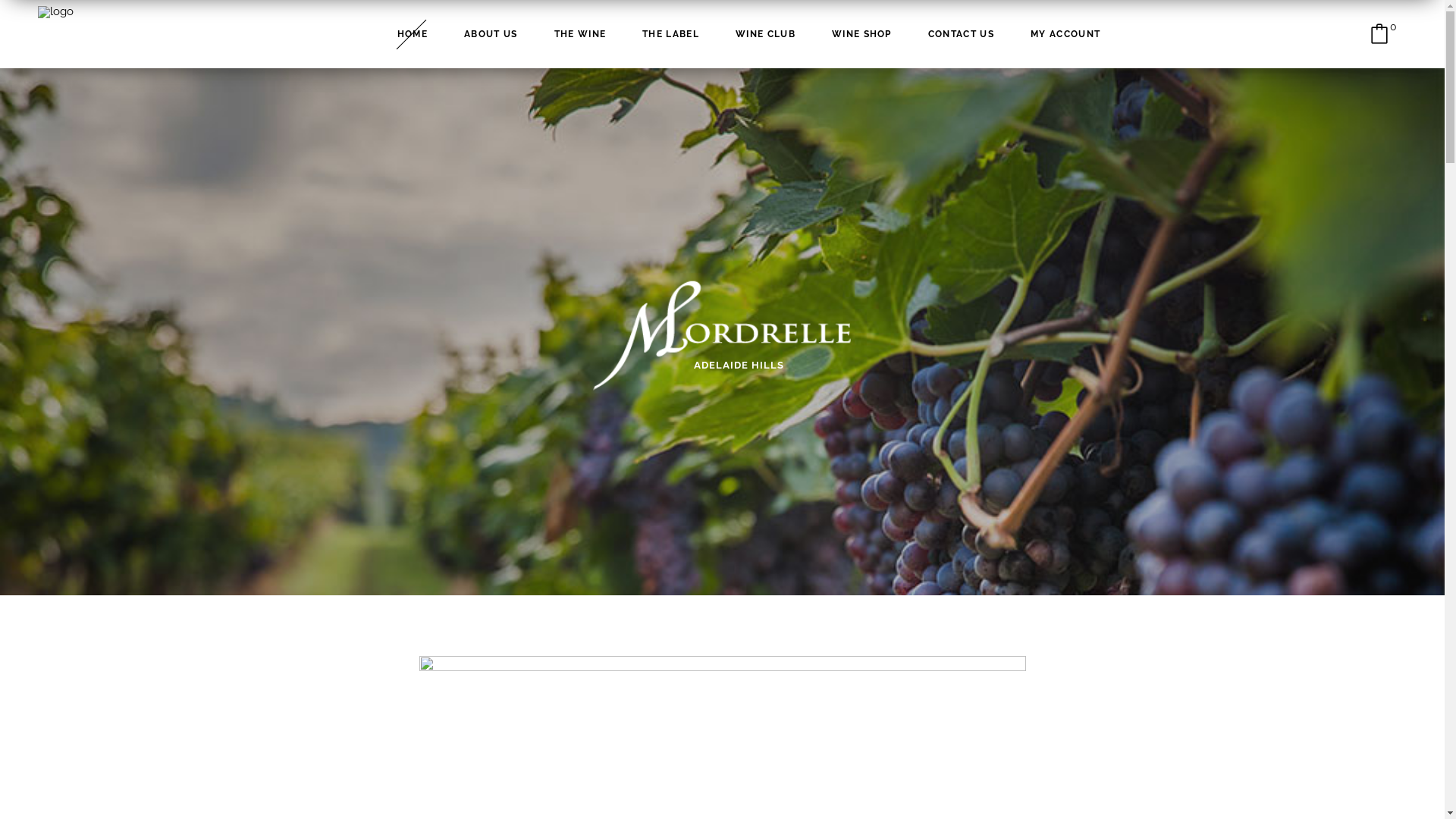 This screenshot has width=1456, height=819. What do you see at coordinates (960, 34) in the screenshot?
I see `'CONTACT US'` at bounding box center [960, 34].